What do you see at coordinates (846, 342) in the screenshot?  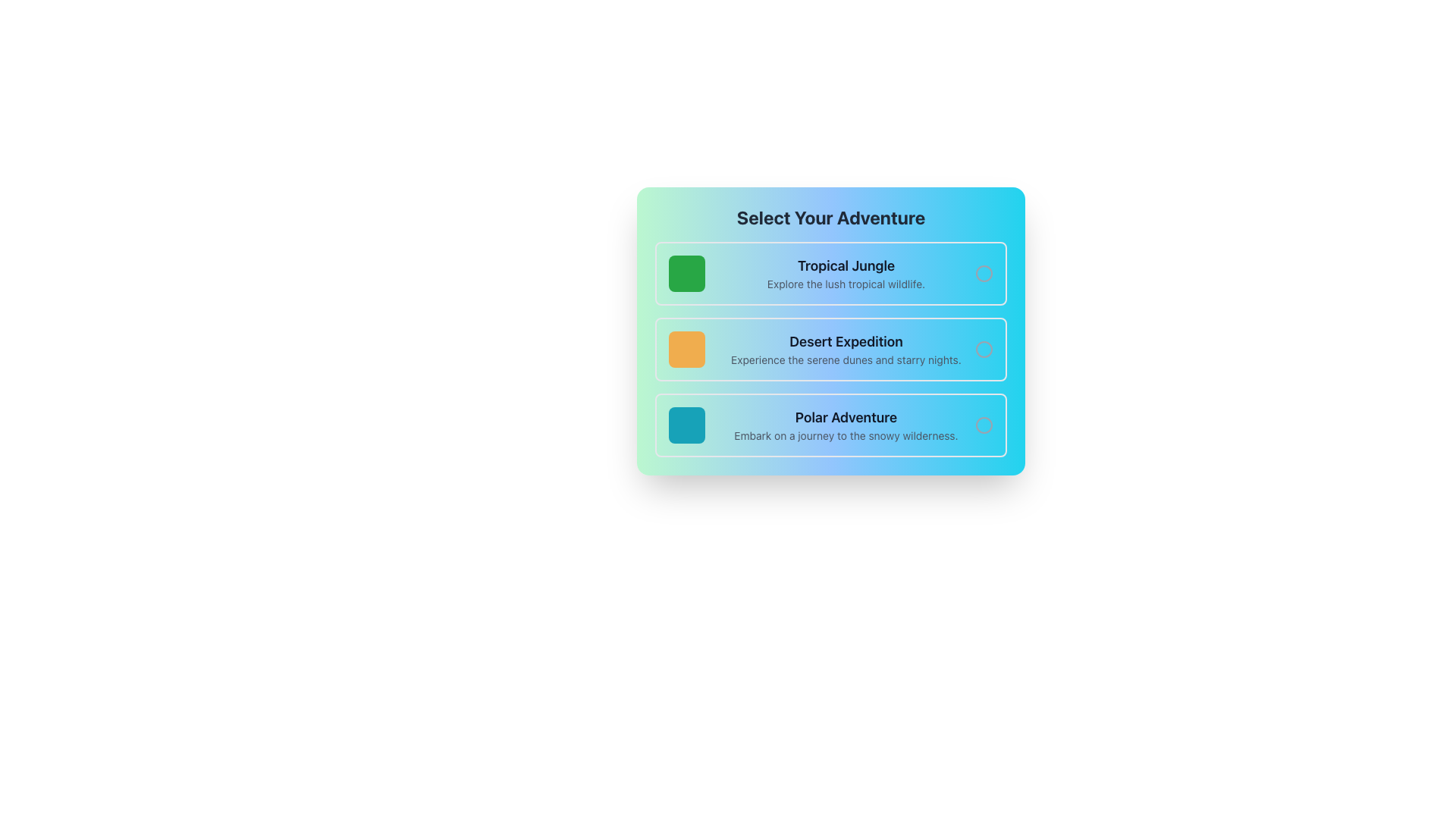 I see `the text label that reads 'Desert Expedition', which is prominently styled in bold dark gray against a light blue background, located above the description in the second choice card` at bounding box center [846, 342].